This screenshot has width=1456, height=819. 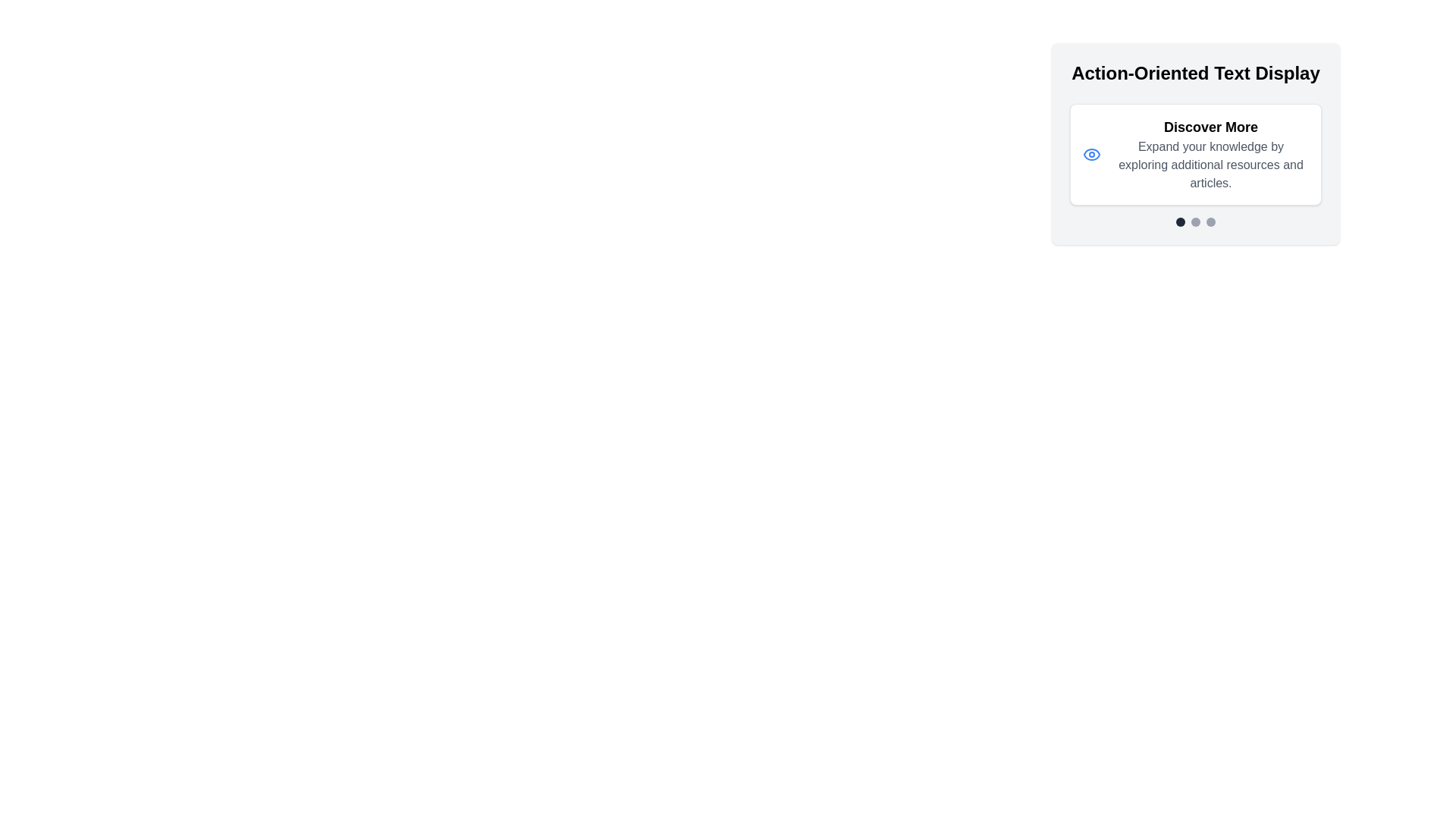 What do you see at coordinates (1195, 222) in the screenshot?
I see `the middle navigation indicator dot positioned beneath the 'Action-Oriented Text Display' text block` at bounding box center [1195, 222].